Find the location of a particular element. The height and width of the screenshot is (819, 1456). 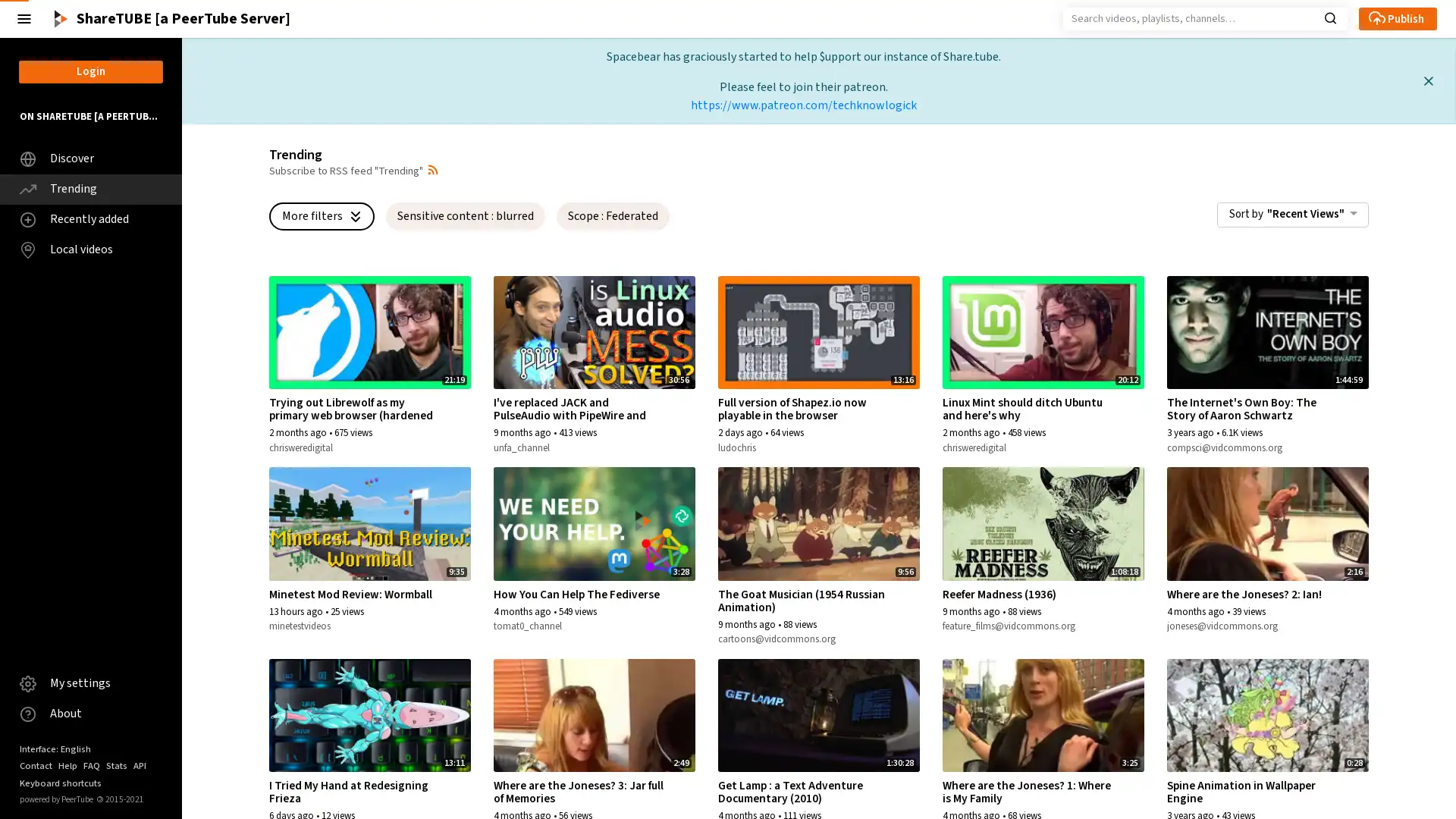

Open syndication dropdown is located at coordinates (432, 169).